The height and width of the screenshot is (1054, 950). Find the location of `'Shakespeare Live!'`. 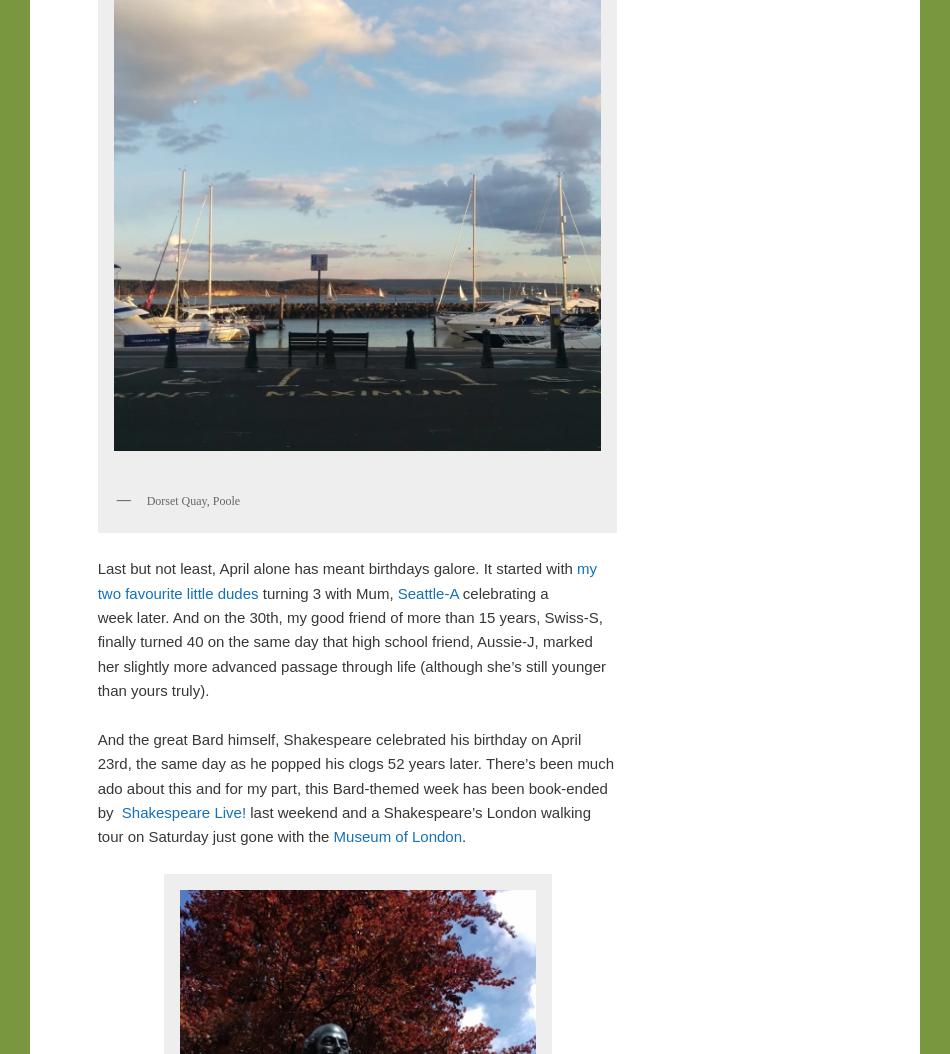

'Shakespeare Live!' is located at coordinates (183, 811).